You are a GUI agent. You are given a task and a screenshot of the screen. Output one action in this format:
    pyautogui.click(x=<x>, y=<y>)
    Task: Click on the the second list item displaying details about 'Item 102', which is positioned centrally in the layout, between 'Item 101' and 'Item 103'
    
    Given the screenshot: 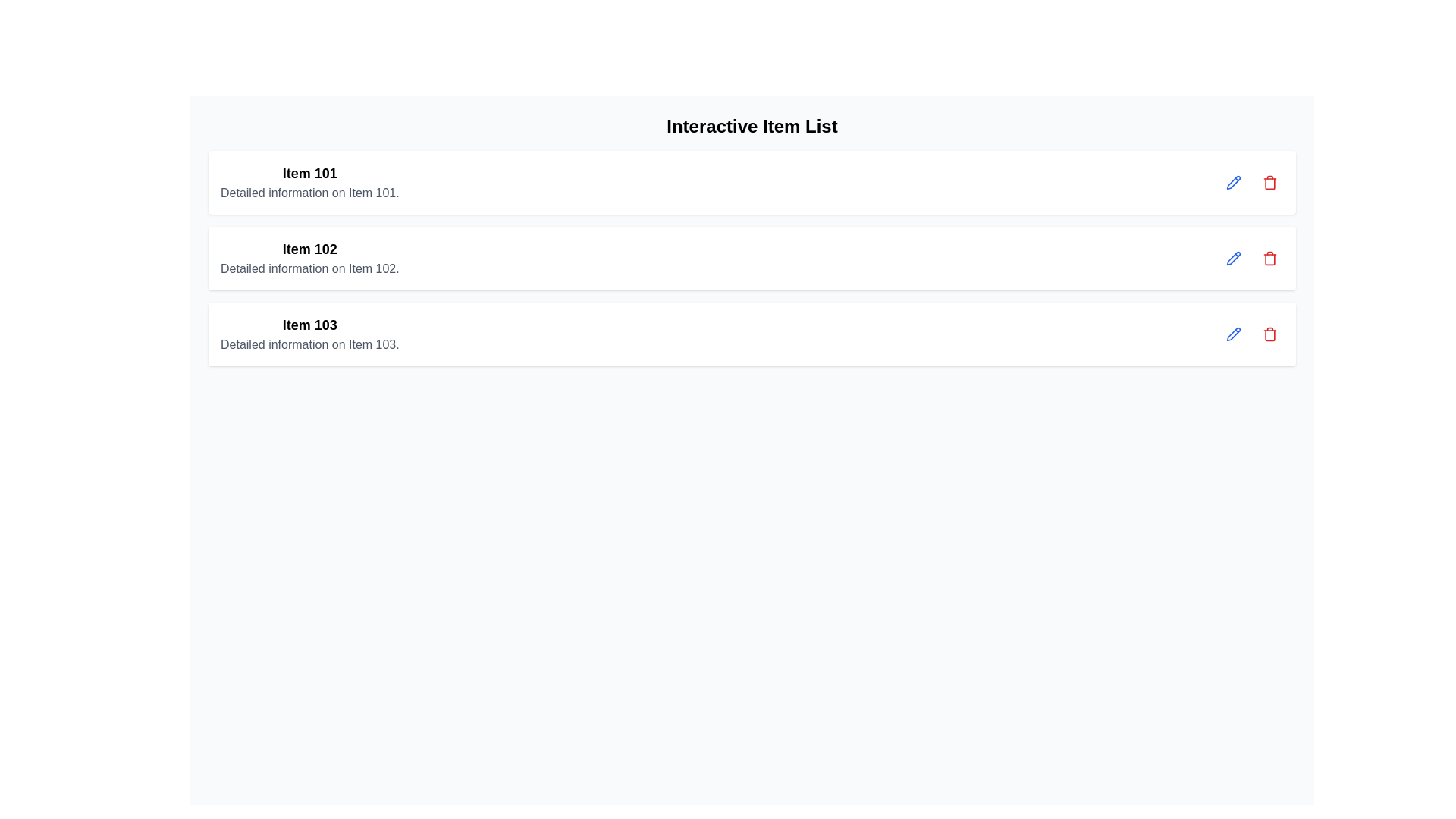 What is the action you would take?
    pyautogui.click(x=752, y=257)
    